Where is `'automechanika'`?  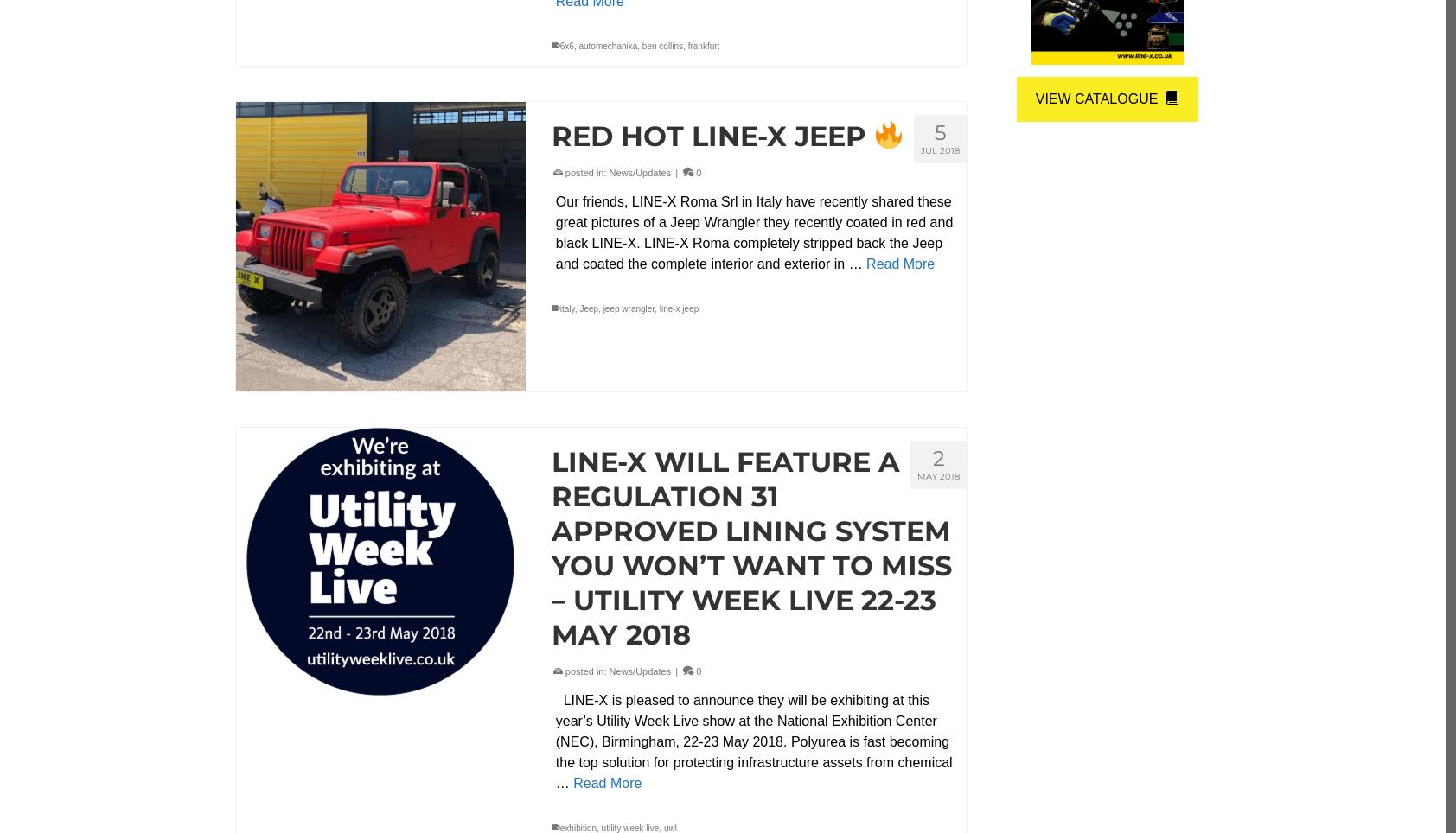 'automechanika' is located at coordinates (608, 46).